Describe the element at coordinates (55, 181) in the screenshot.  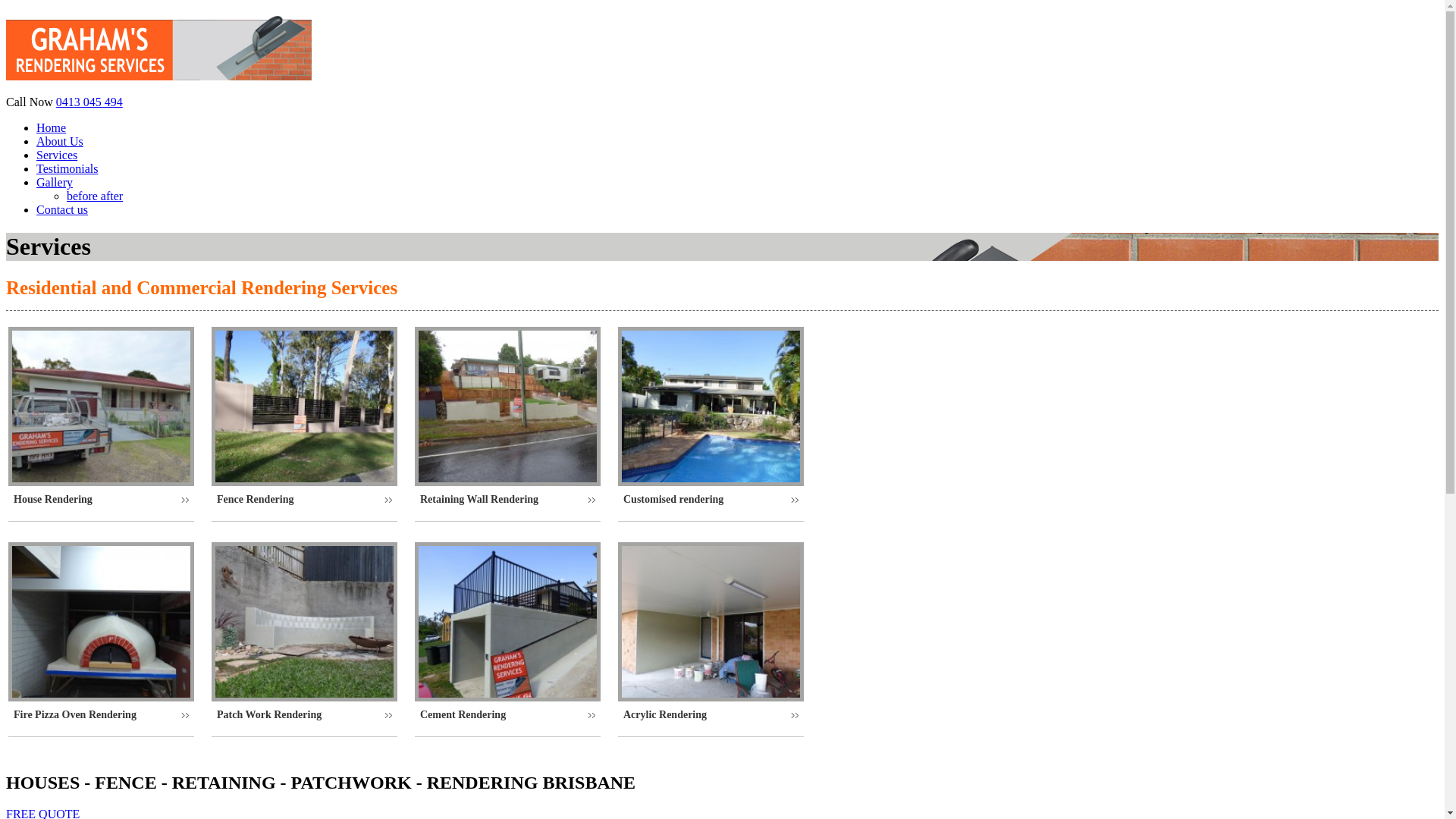
I see `'Gallery'` at that location.